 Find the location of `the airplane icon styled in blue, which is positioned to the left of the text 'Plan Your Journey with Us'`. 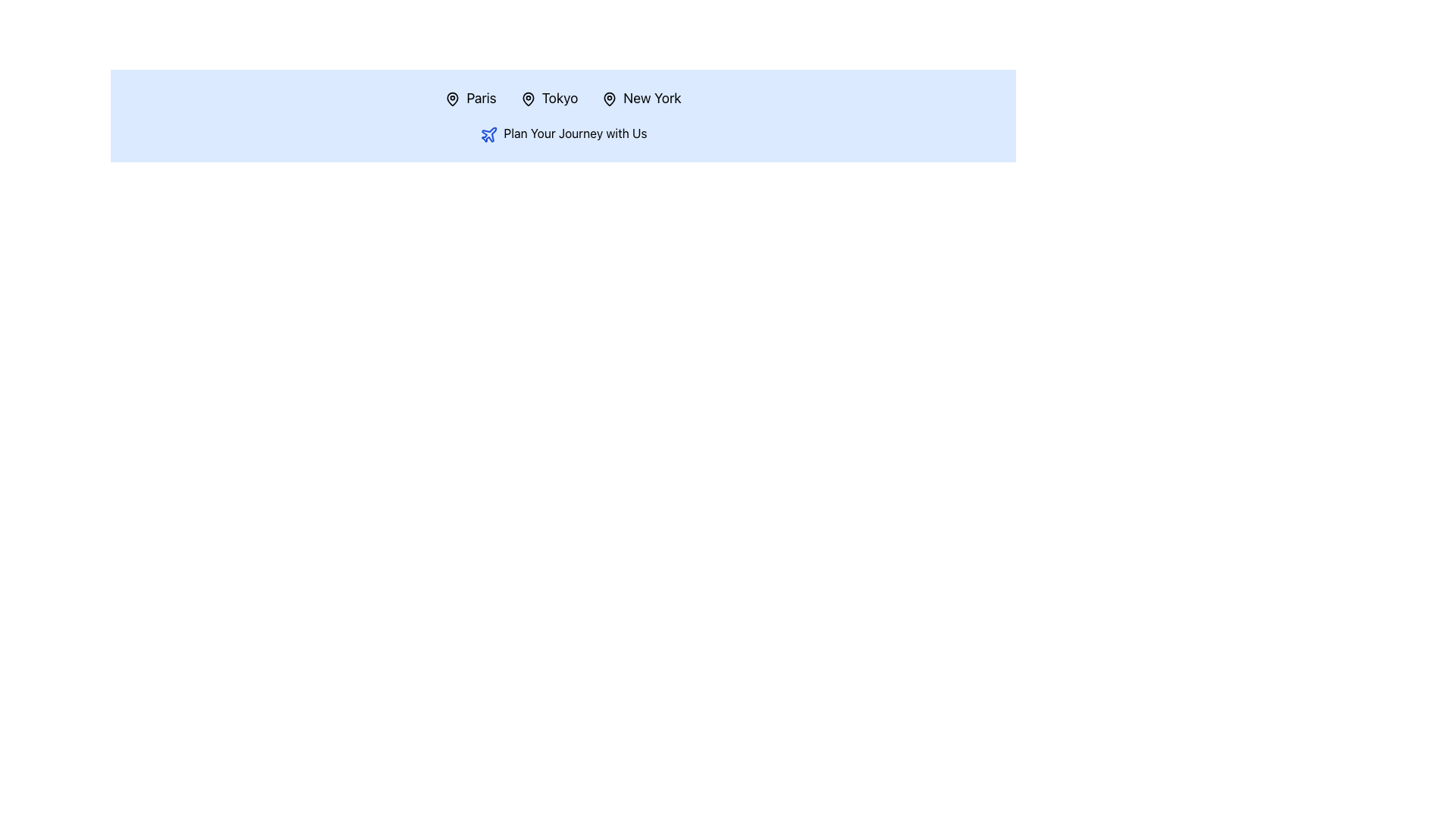

the airplane icon styled in blue, which is positioned to the left of the text 'Plan Your Journey with Us' is located at coordinates (488, 133).